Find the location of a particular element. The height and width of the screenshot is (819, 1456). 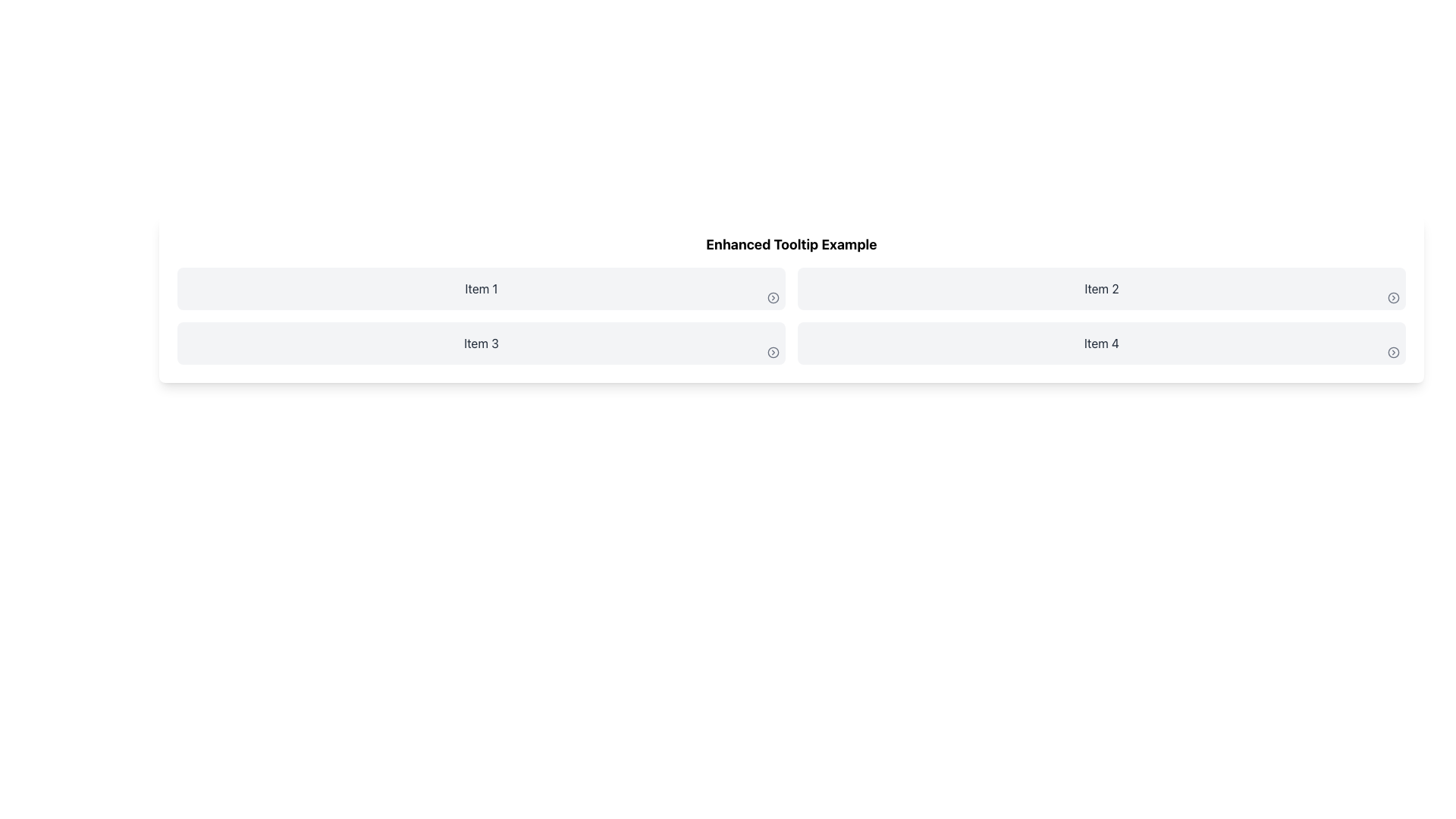

to interact with the card displaying 'Item 2', located in the first row, second column of the grid layout is located at coordinates (1102, 289).